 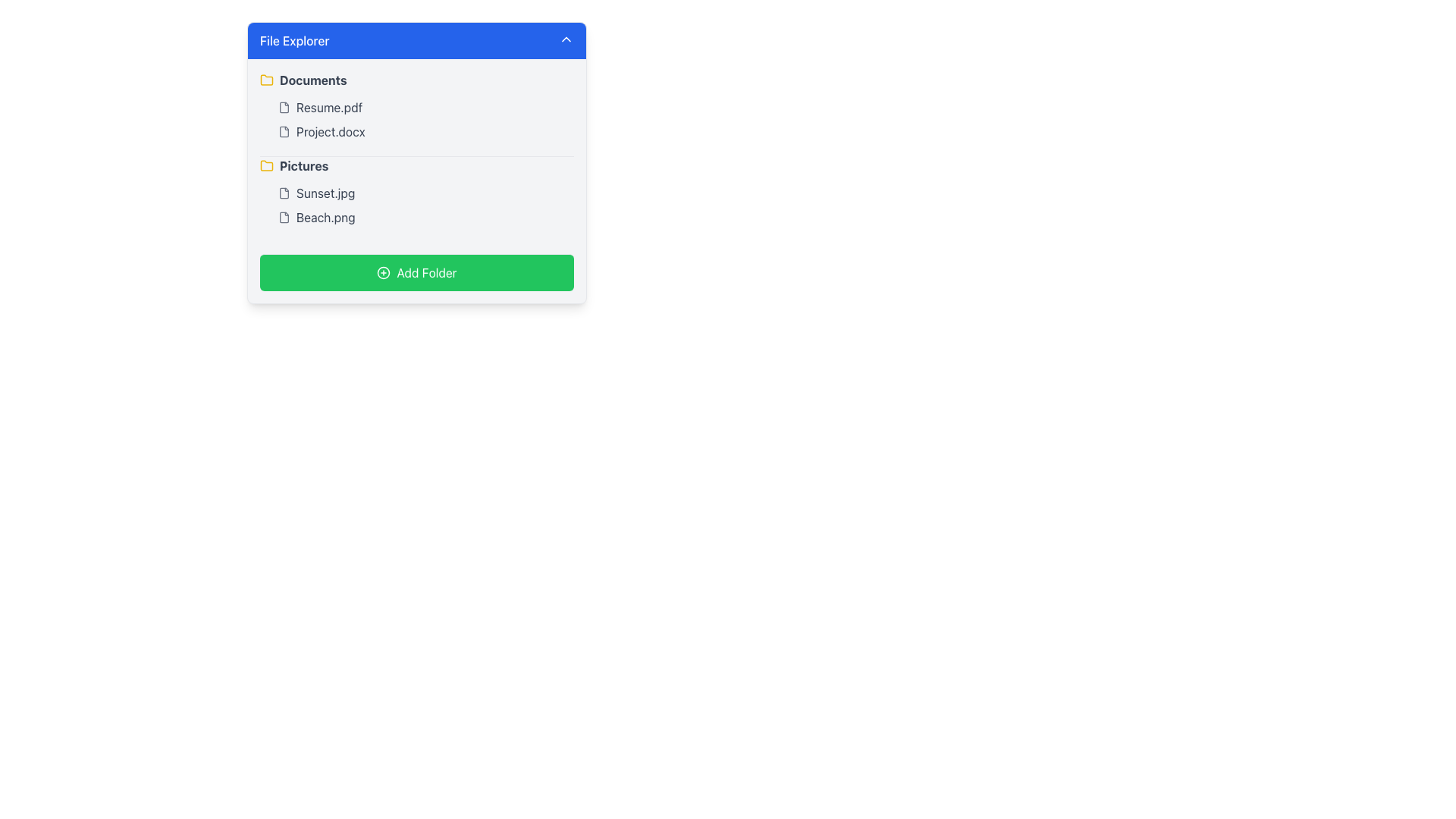 I want to click on the file icon located in the 'Pictures' section of the file explorer, which visually represents a file name, so click(x=284, y=192).